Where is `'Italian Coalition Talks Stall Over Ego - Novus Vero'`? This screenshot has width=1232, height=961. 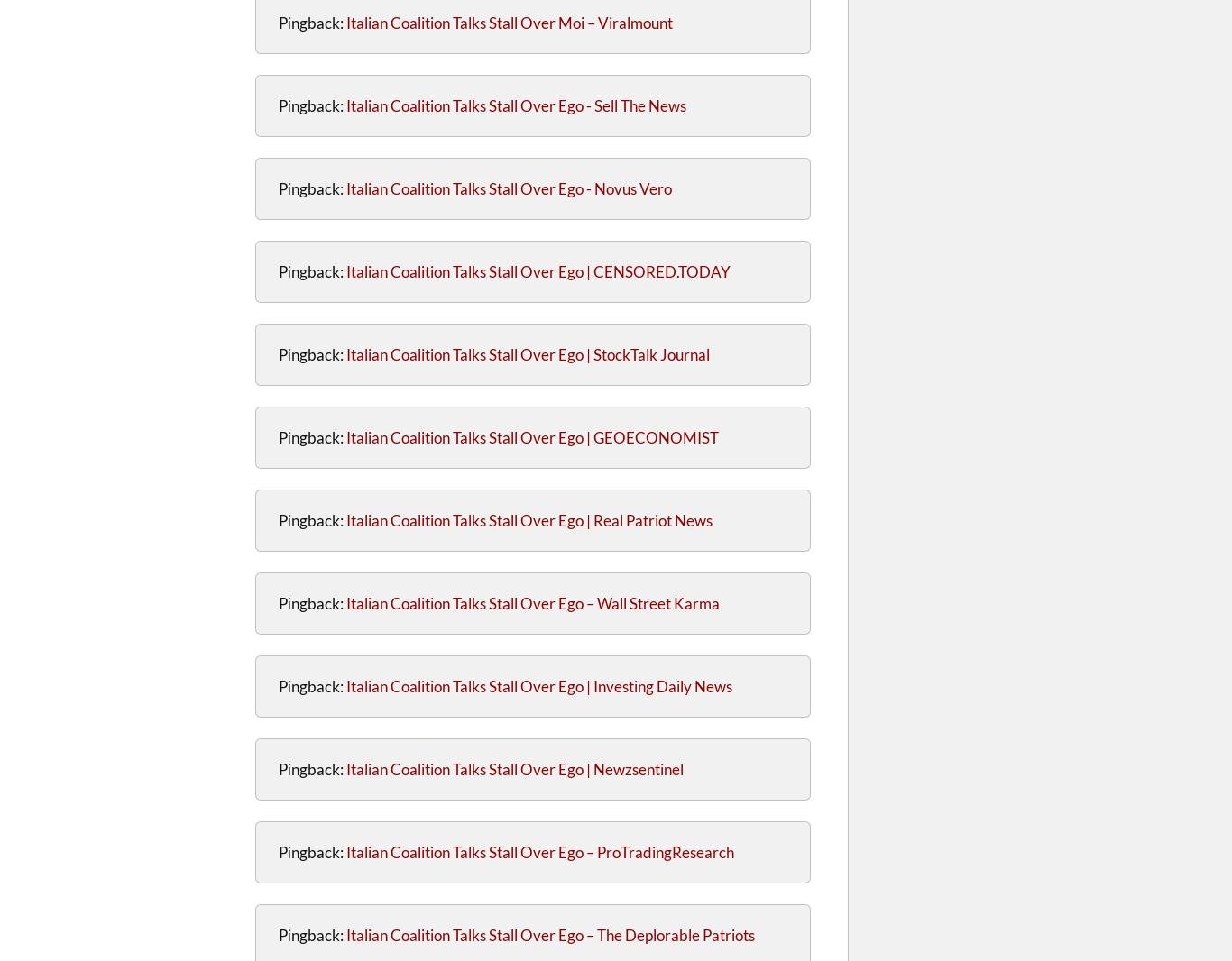 'Italian Coalition Talks Stall Over Ego - Novus Vero' is located at coordinates (345, 188).